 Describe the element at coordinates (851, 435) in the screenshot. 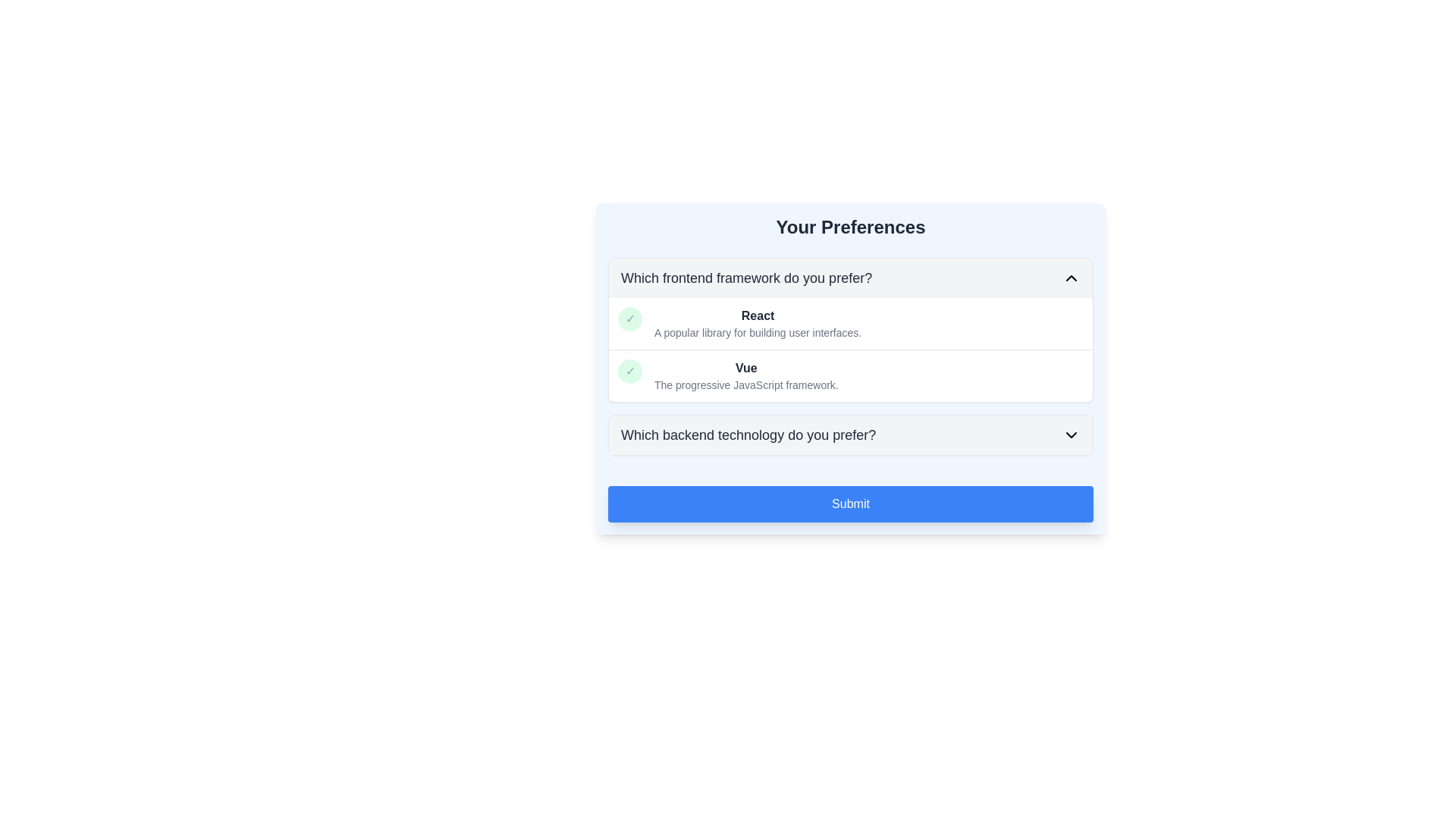

I see `the dropdown menu for selecting backend technology, located below the frontend framework choices and above the blue 'Submit' button` at that location.